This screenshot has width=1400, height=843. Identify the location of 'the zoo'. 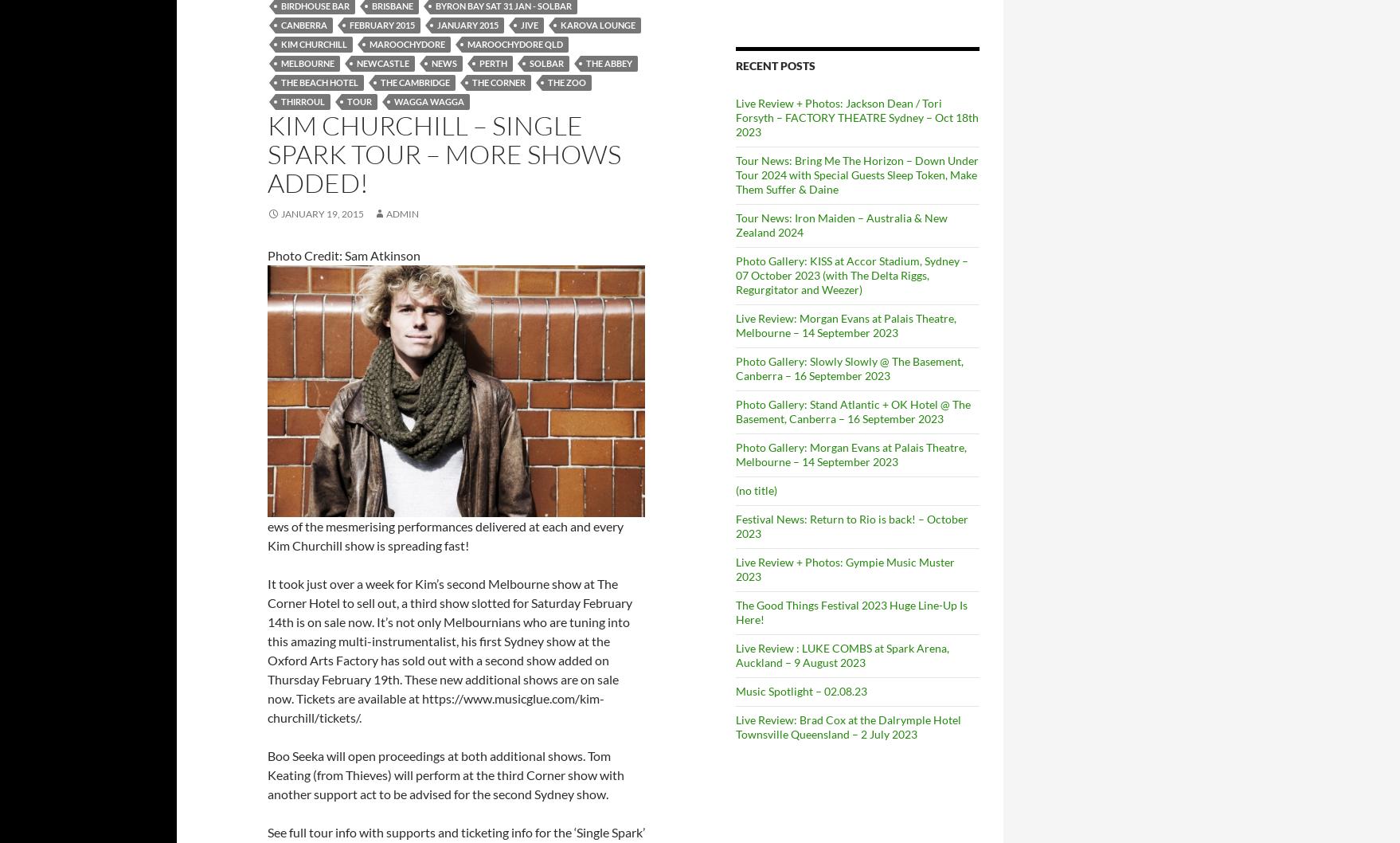
(566, 81).